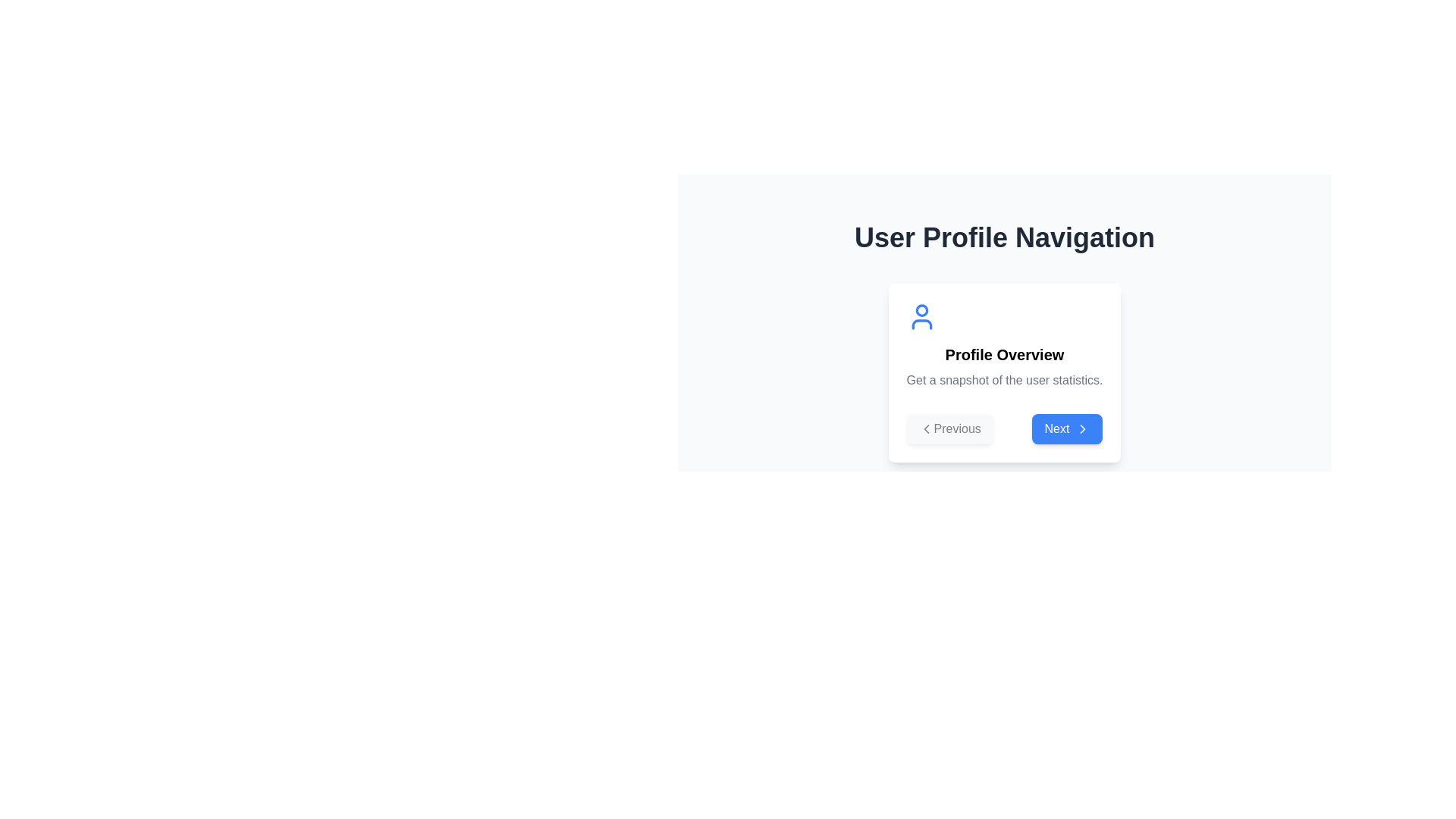 Image resolution: width=1456 pixels, height=819 pixels. What do you see at coordinates (1082, 429) in the screenshot?
I see `the SVG Chevron icon located on the right side of the 'Next' button, which visually indicates the forward action` at bounding box center [1082, 429].